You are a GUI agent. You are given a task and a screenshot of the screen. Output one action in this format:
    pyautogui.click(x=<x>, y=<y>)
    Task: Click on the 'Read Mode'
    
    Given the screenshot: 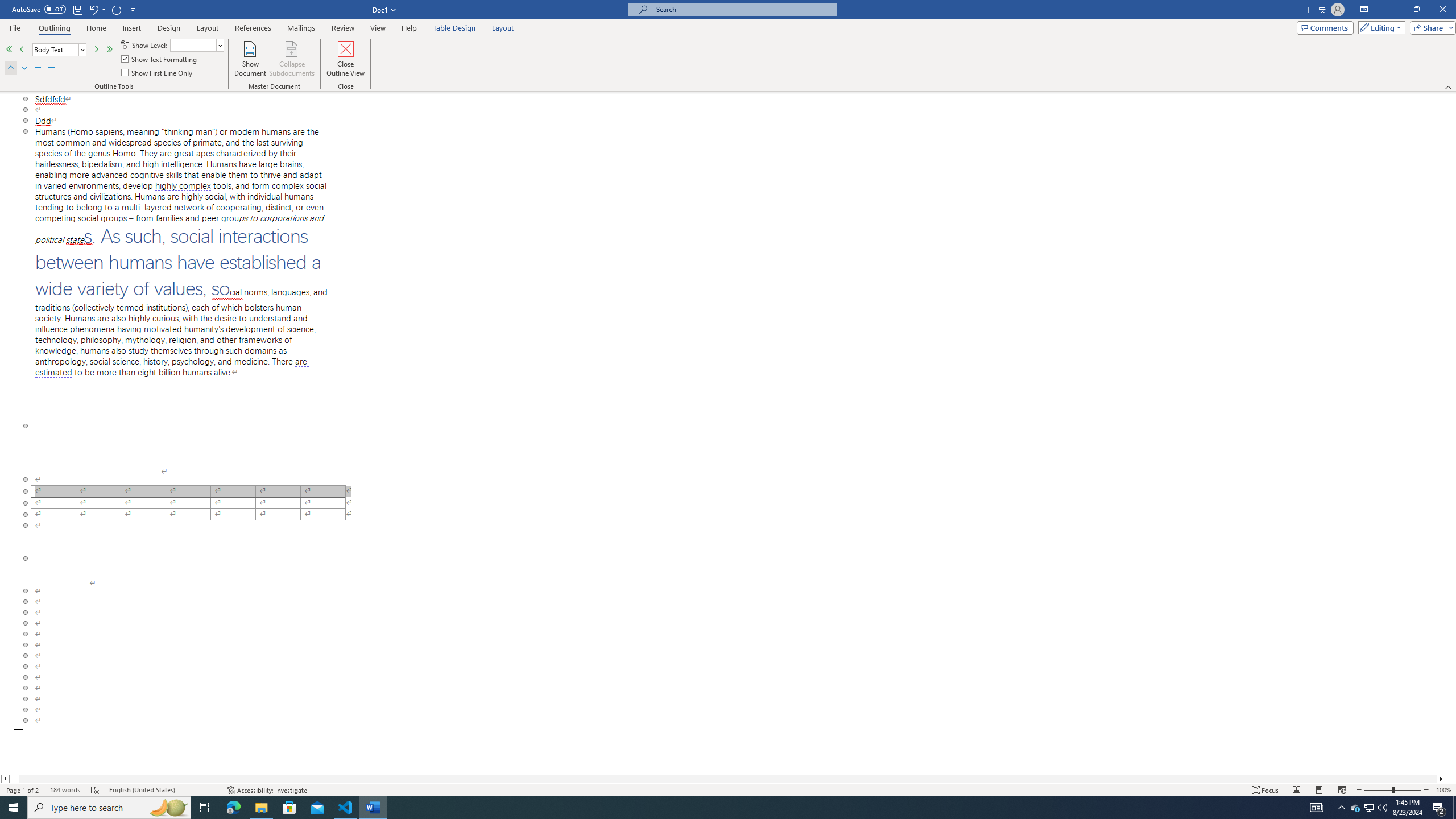 What is the action you would take?
    pyautogui.click(x=1296, y=790)
    